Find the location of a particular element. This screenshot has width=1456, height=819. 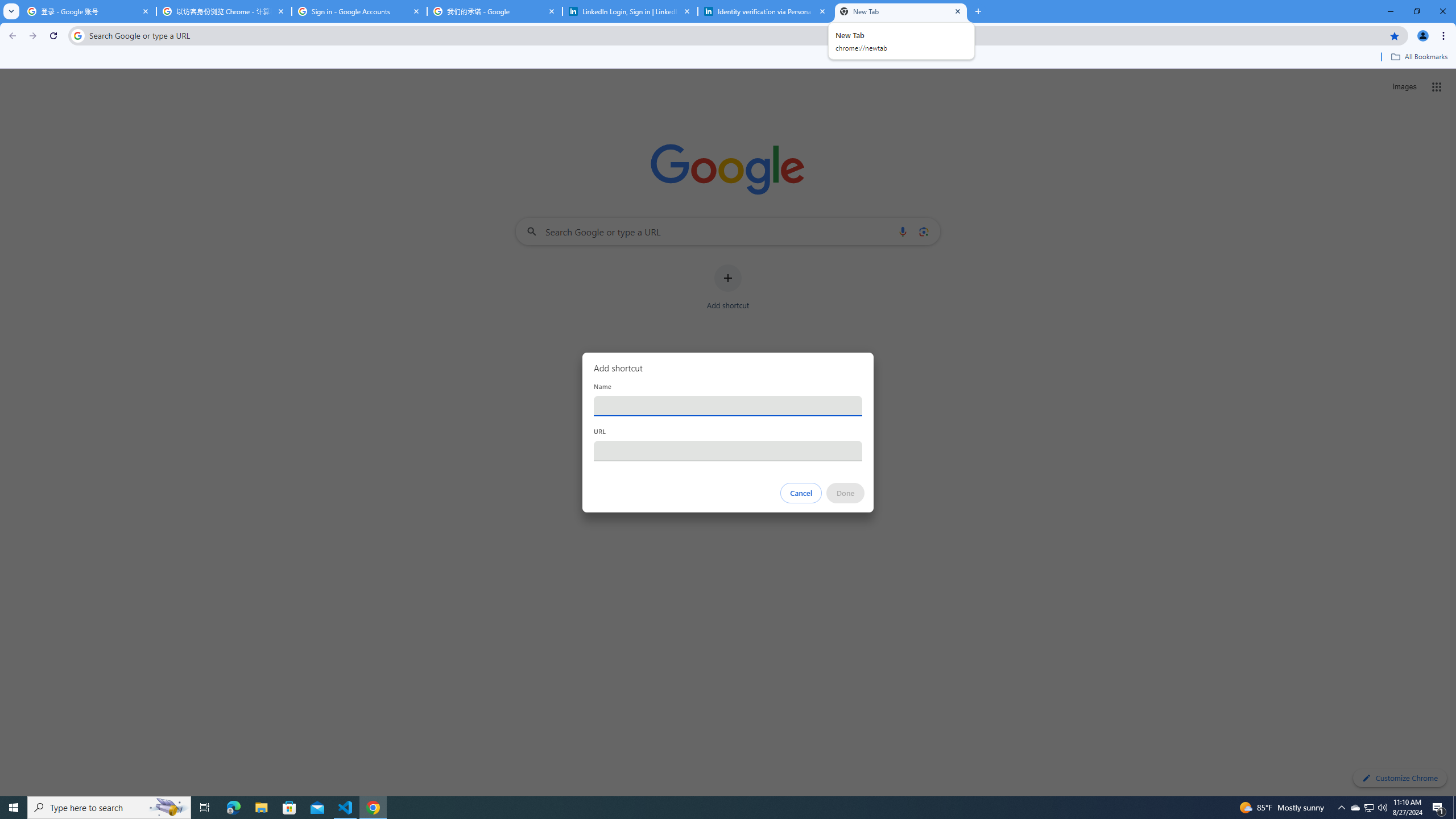

'Done' is located at coordinates (846, 493).